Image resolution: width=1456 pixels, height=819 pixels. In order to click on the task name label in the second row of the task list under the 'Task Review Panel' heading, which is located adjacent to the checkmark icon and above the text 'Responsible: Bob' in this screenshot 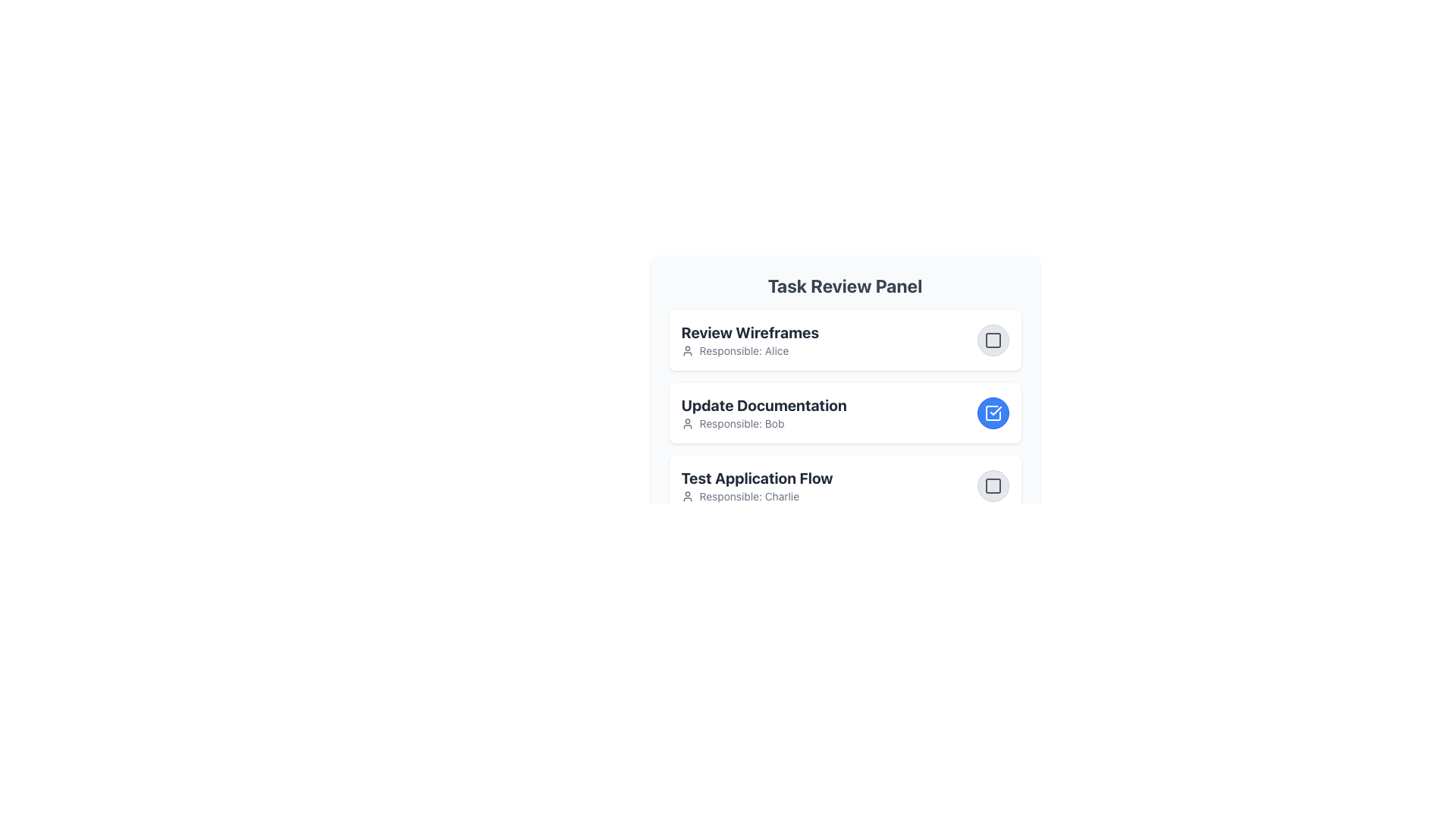, I will do `click(764, 405)`.